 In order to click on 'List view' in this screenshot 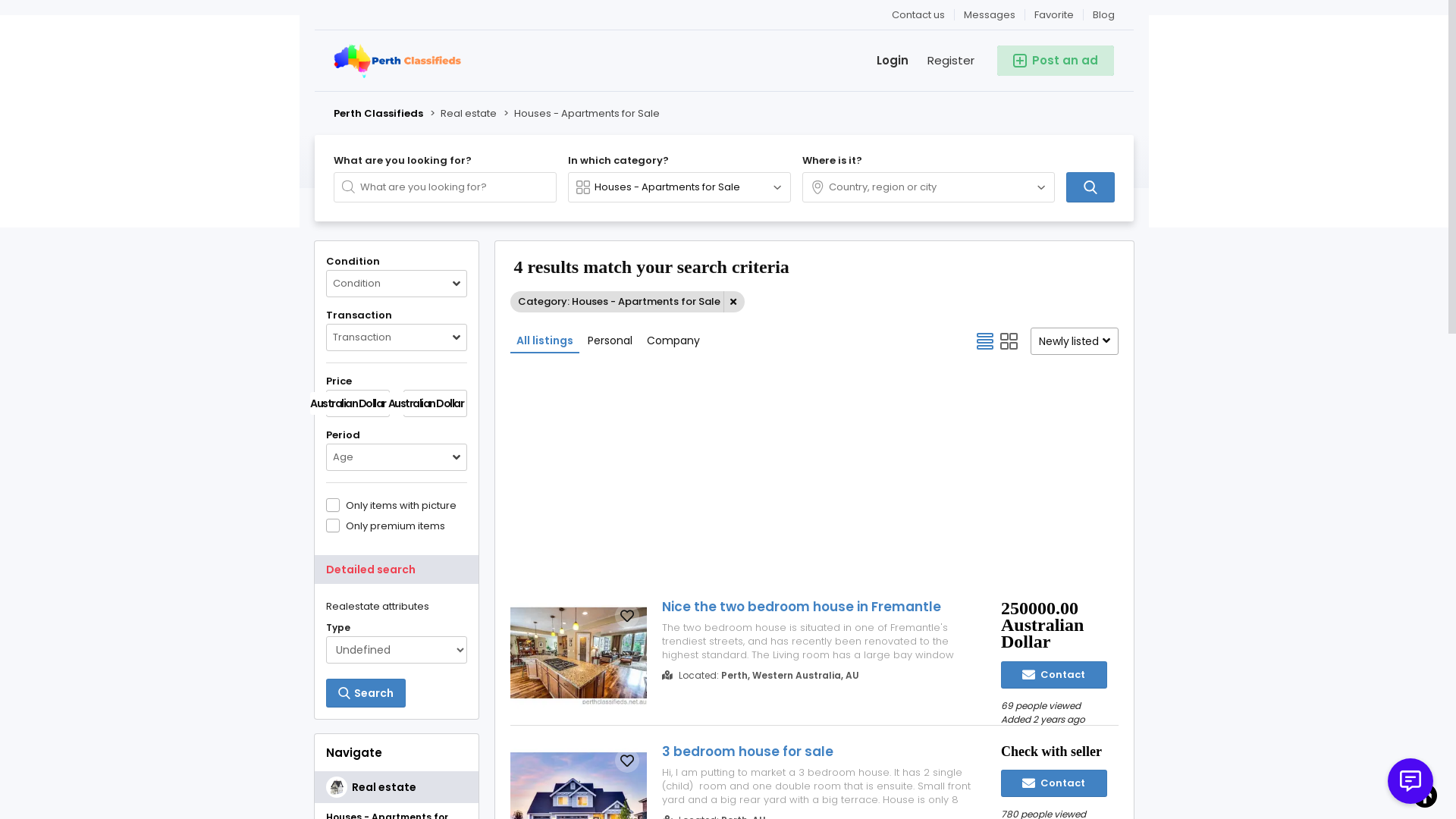, I will do `click(985, 341)`.